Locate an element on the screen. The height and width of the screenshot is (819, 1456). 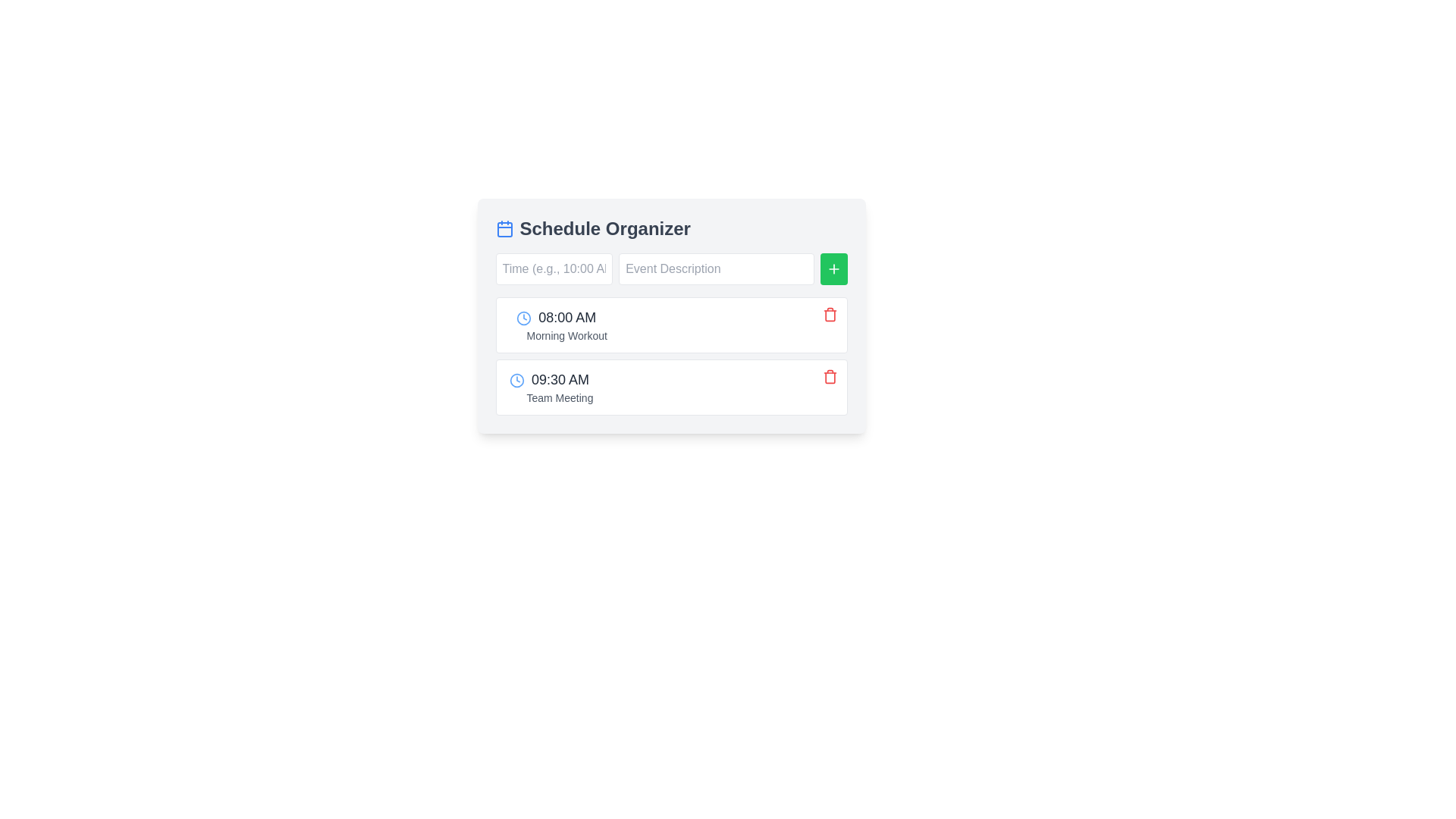
the Text Display with Icon that indicates the start time of the 'Team Meeting' event in the schedule is located at coordinates (548, 379).